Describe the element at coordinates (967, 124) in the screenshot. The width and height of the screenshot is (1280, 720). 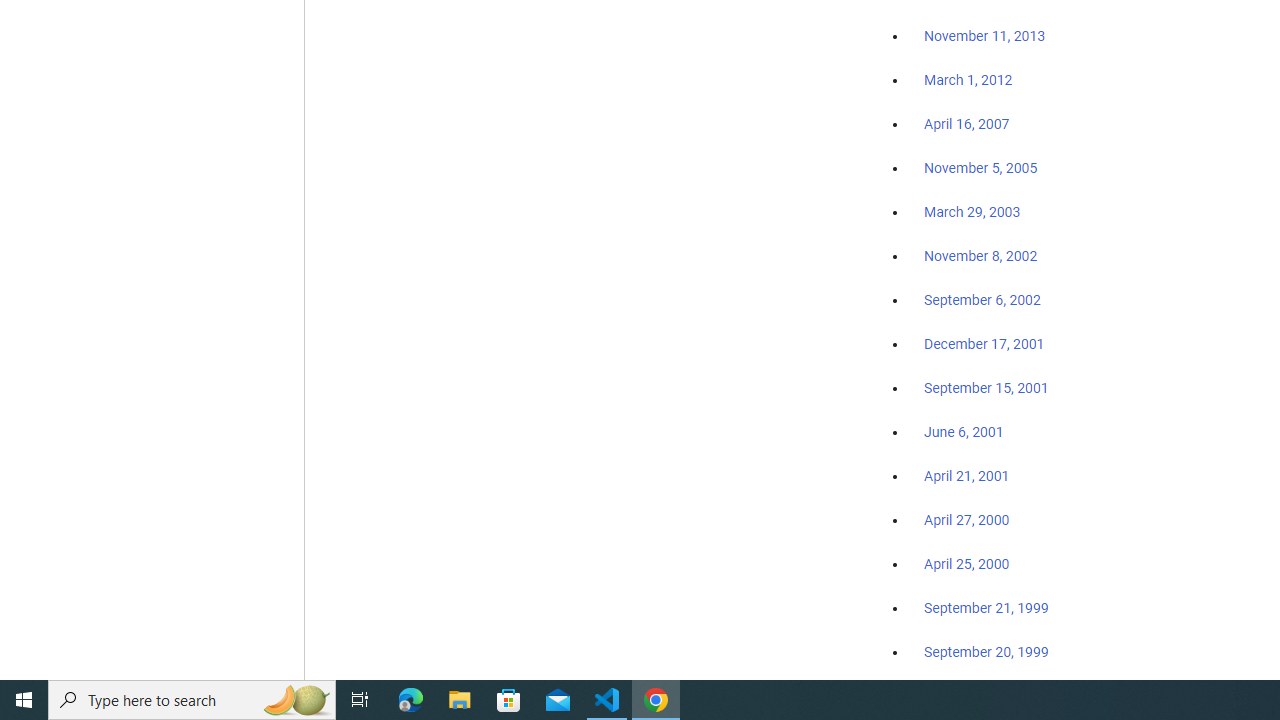
I see `'April 16, 2007'` at that location.